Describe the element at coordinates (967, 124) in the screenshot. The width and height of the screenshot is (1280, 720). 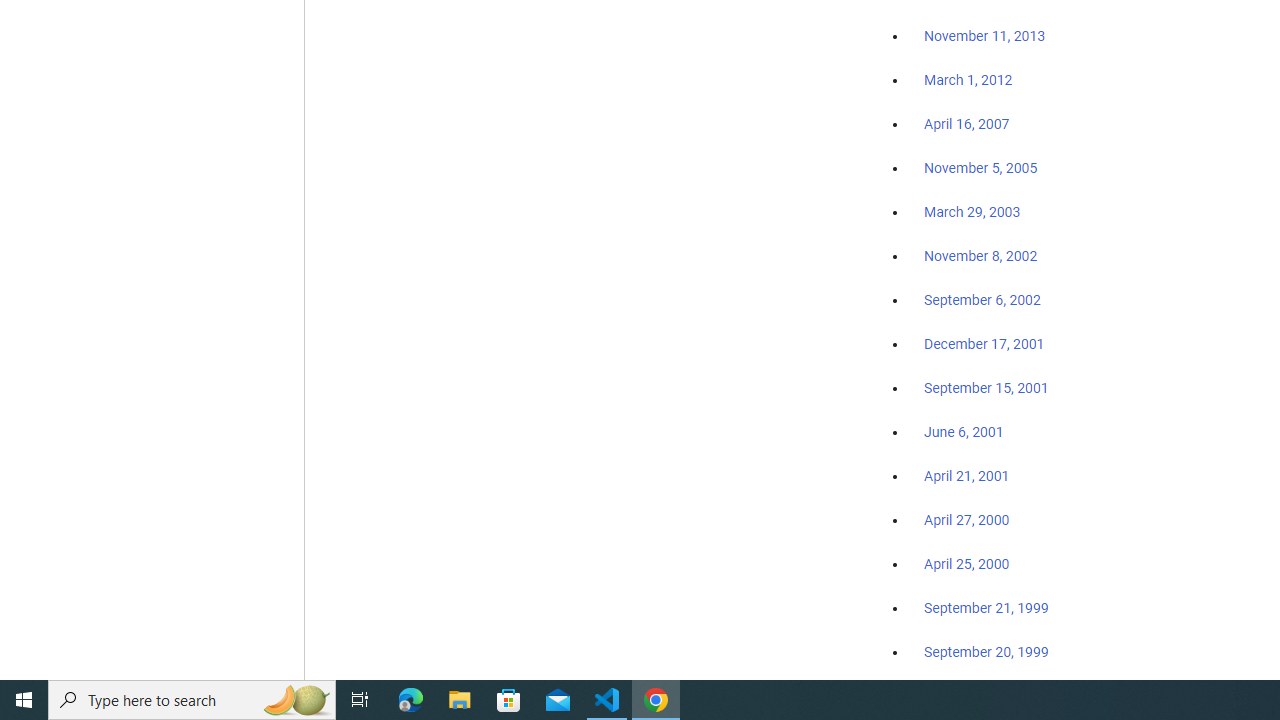
I see `'April 16, 2007'` at that location.